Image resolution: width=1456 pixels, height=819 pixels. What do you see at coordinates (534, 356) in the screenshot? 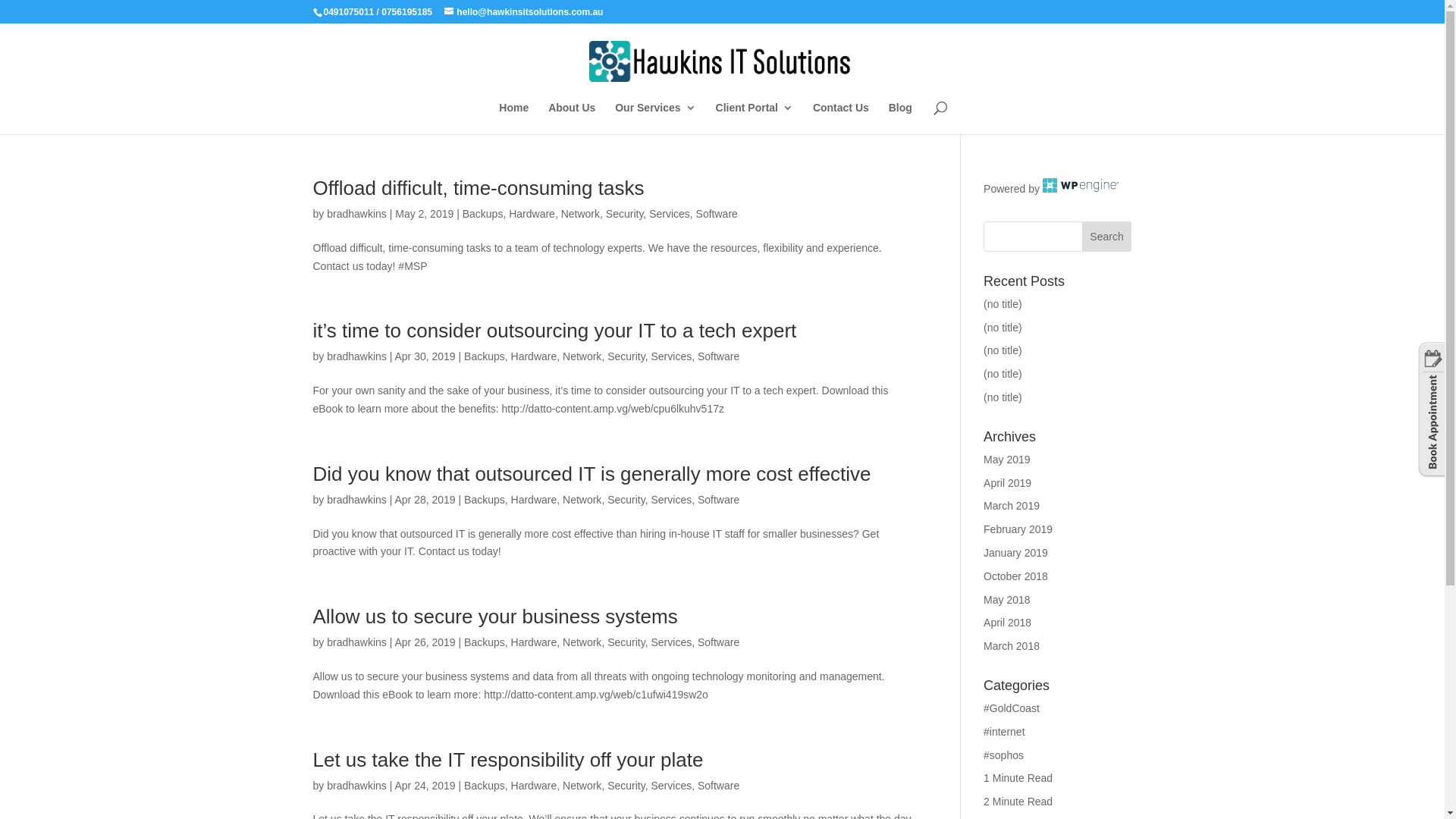
I see `'Hardware'` at bounding box center [534, 356].